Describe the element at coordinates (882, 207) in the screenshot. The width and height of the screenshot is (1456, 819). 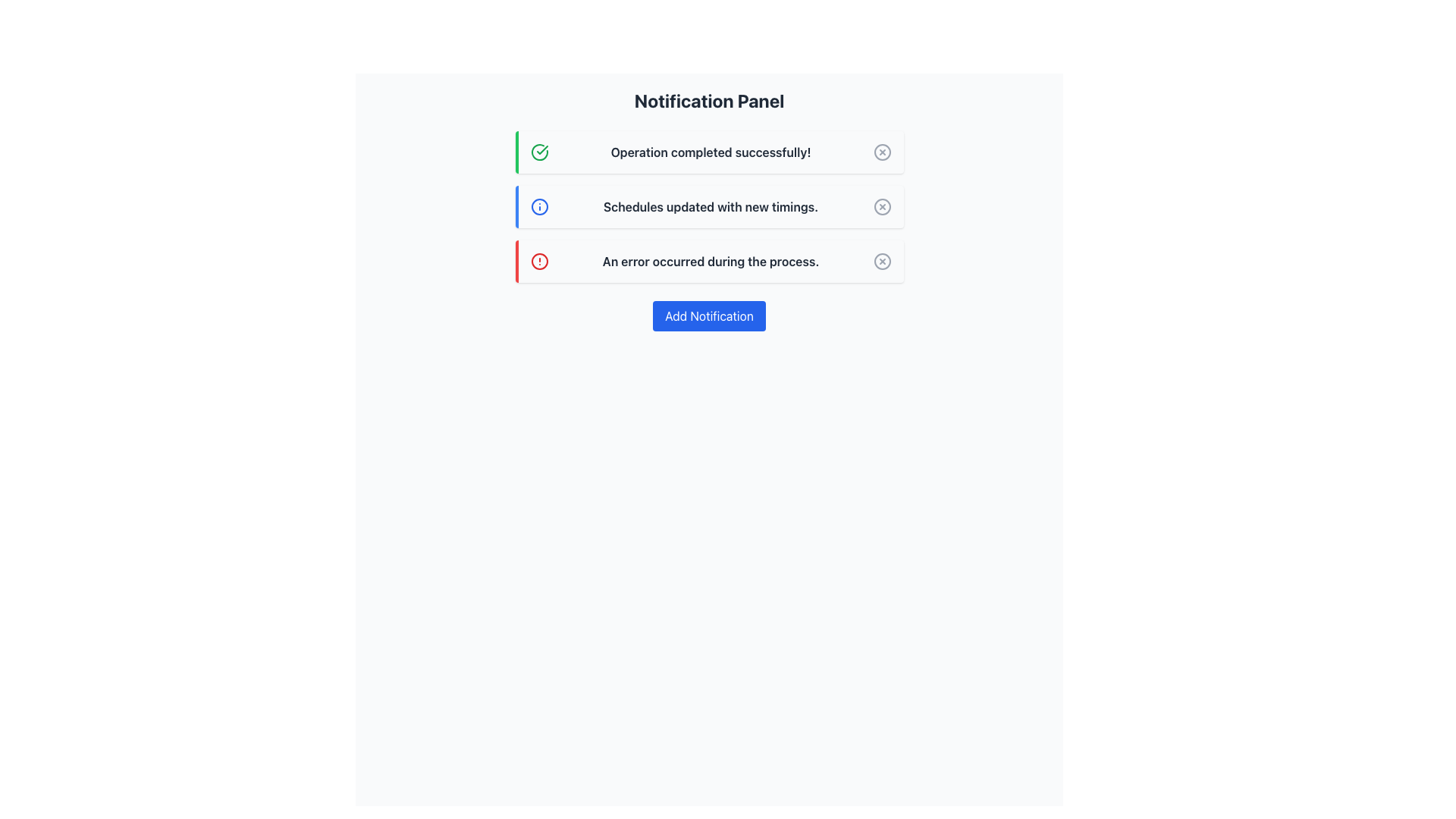
I see `the button located in the second notification panel, positioned at the far right beside the text 'Schedules updated with new timings.' to change its color` at that location.